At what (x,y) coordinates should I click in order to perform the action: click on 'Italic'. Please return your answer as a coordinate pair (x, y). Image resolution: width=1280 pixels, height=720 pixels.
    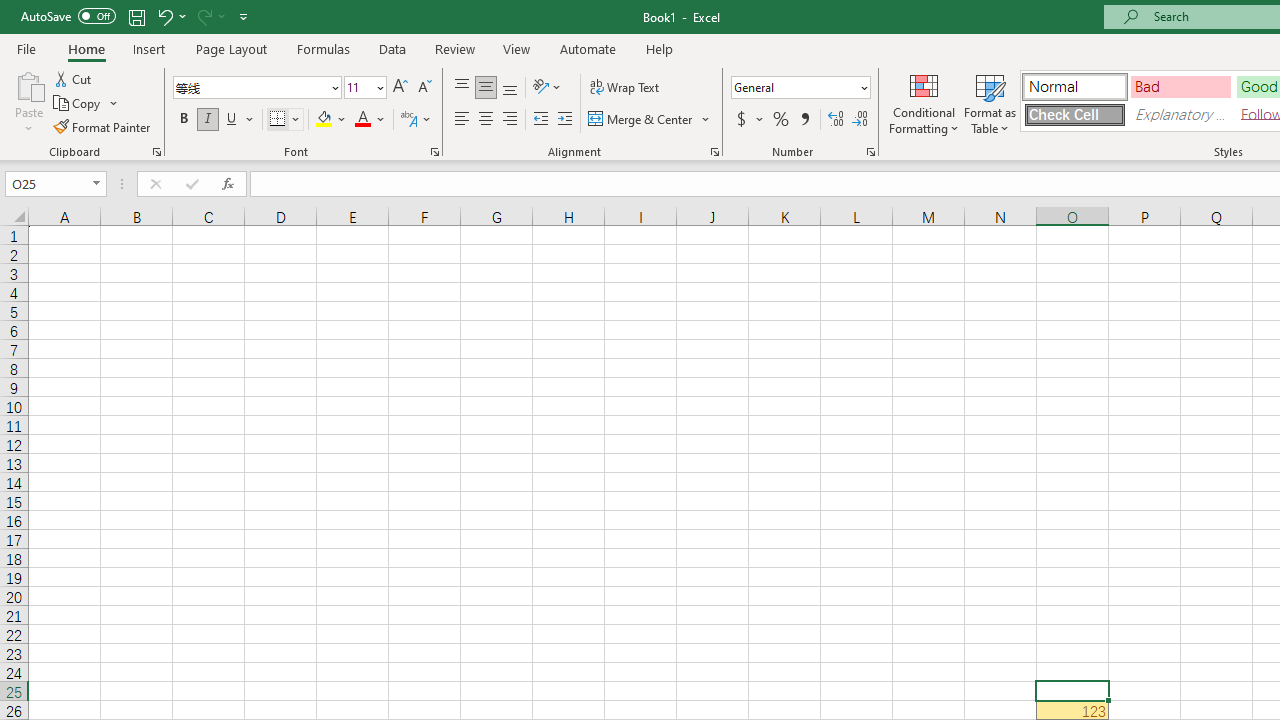
    Looking at the image, I should click on (208, 119).